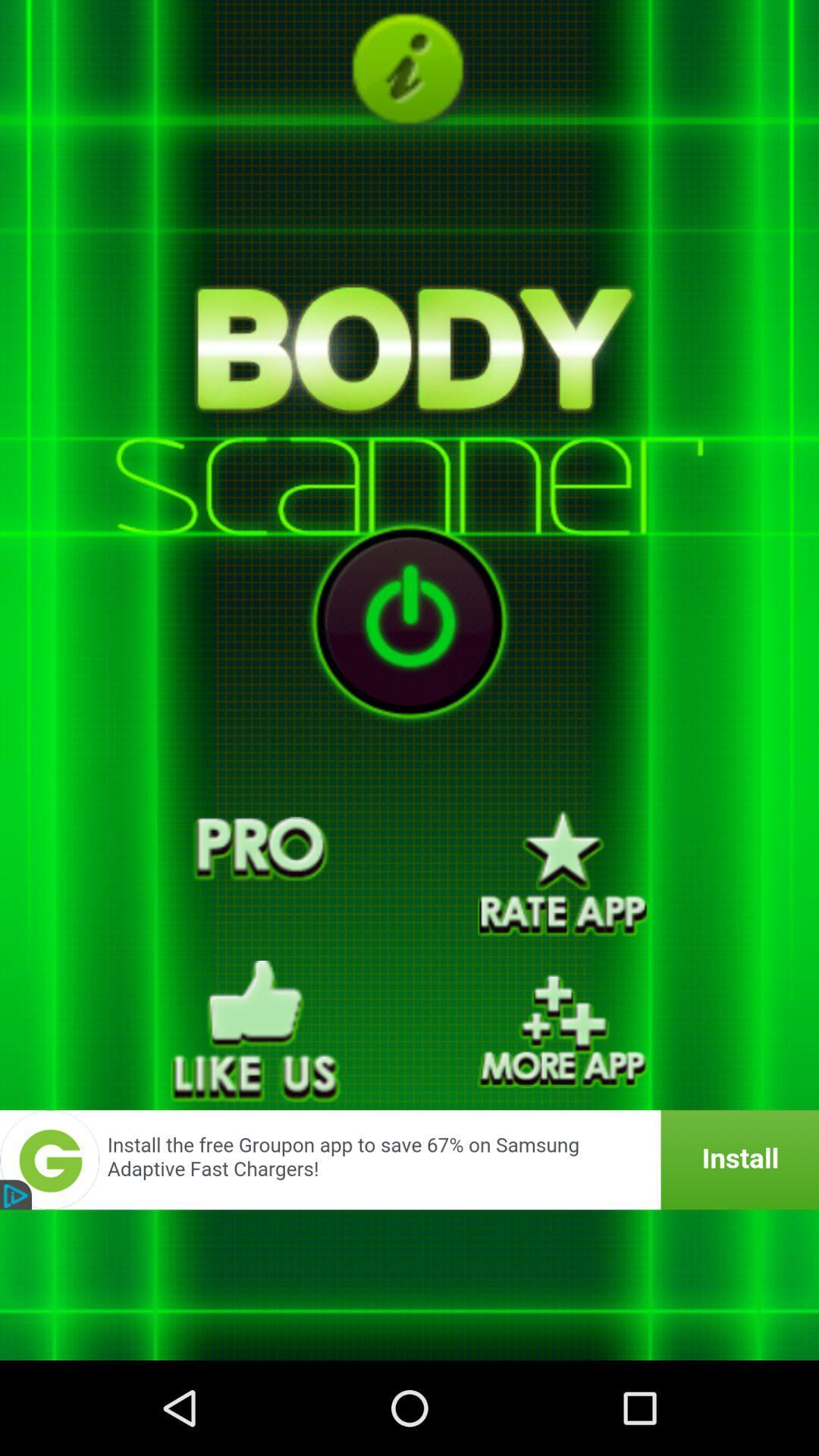 Image resolution: width=819 pixels, height=1456 pixels. I want to click on like us, so click(255, 1031).